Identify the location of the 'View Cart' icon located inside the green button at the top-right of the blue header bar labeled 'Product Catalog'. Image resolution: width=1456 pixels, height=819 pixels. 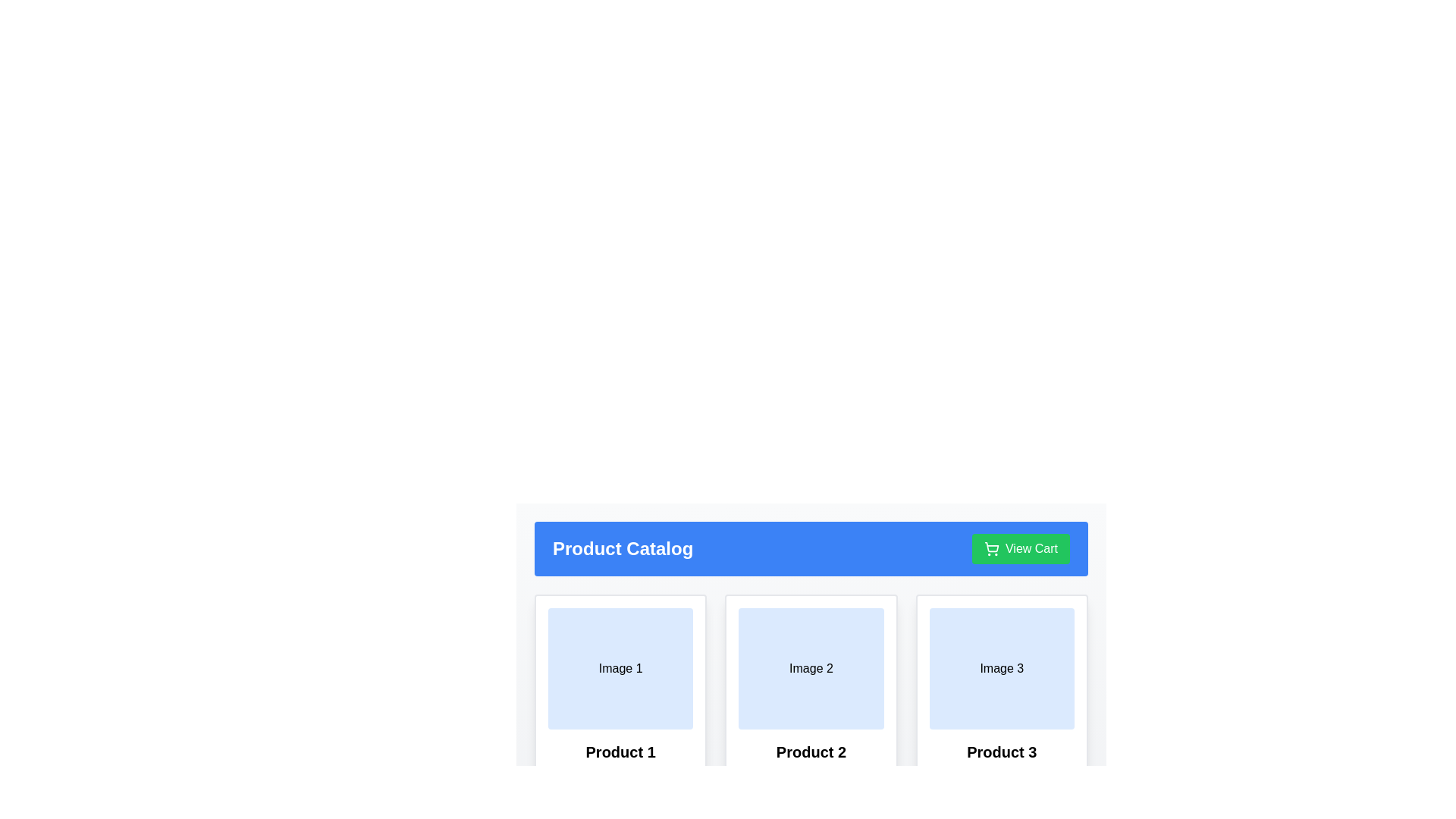
(991, 549).